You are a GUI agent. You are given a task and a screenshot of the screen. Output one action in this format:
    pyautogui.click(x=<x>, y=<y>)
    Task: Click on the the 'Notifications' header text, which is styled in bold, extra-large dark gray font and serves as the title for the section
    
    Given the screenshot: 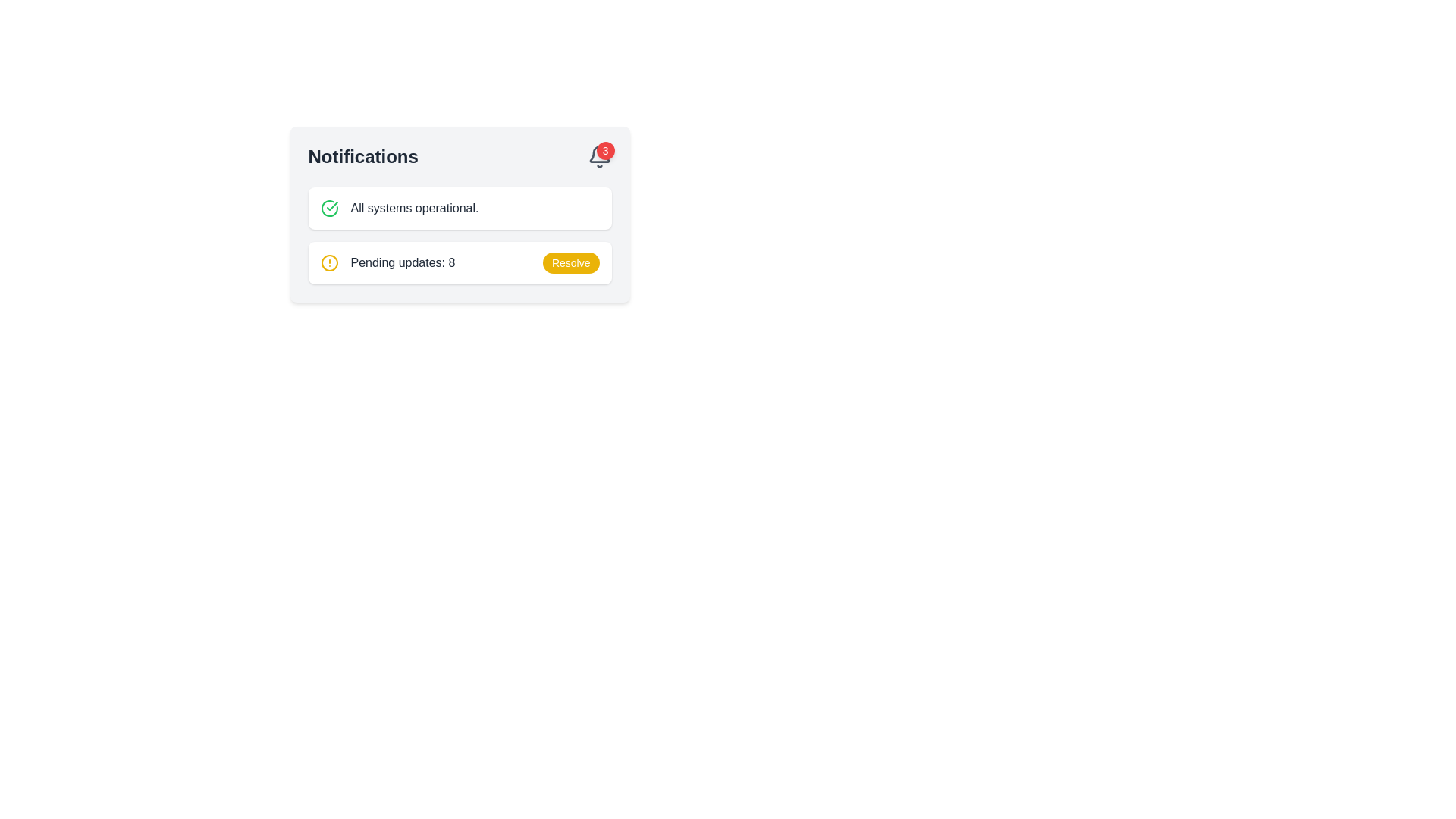 What is the action you would take?
    pyautogui.click(x=362, y=157)
    